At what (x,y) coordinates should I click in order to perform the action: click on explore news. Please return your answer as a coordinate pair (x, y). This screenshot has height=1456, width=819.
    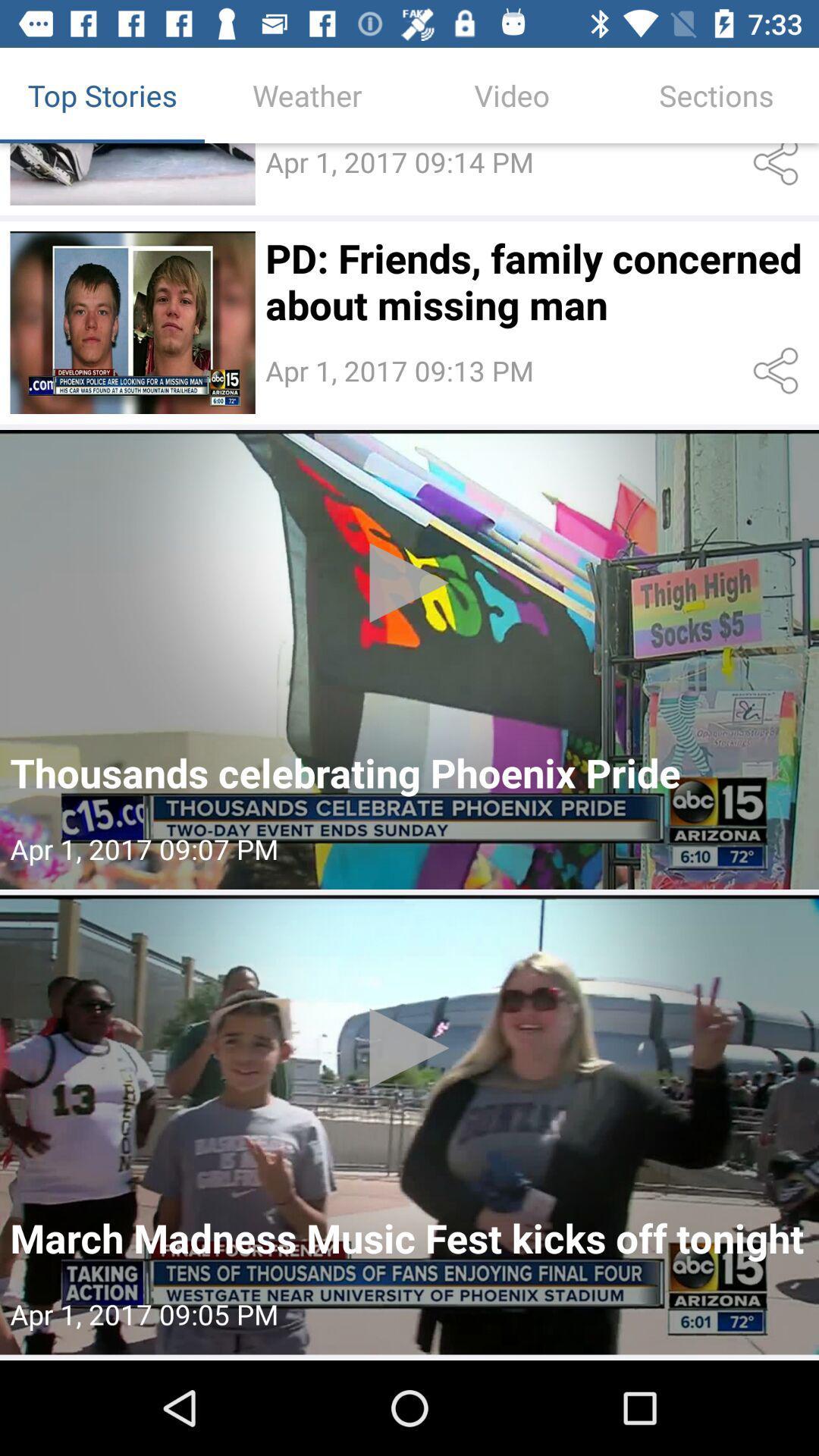
    Looking at the image, I should click on (409, 659).